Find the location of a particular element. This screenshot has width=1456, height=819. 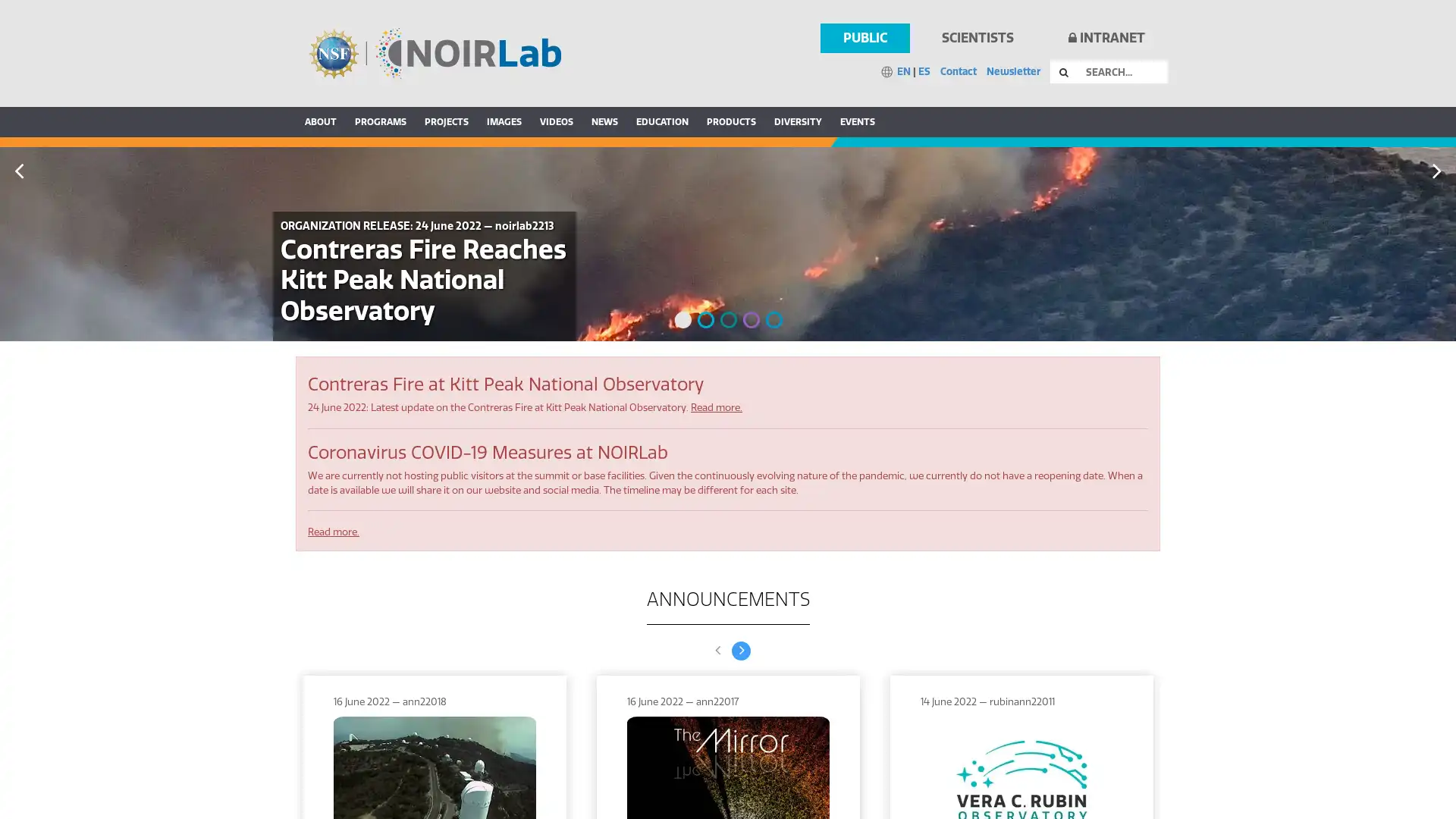

SCIENTISTS is located at coordinates (977, 37).